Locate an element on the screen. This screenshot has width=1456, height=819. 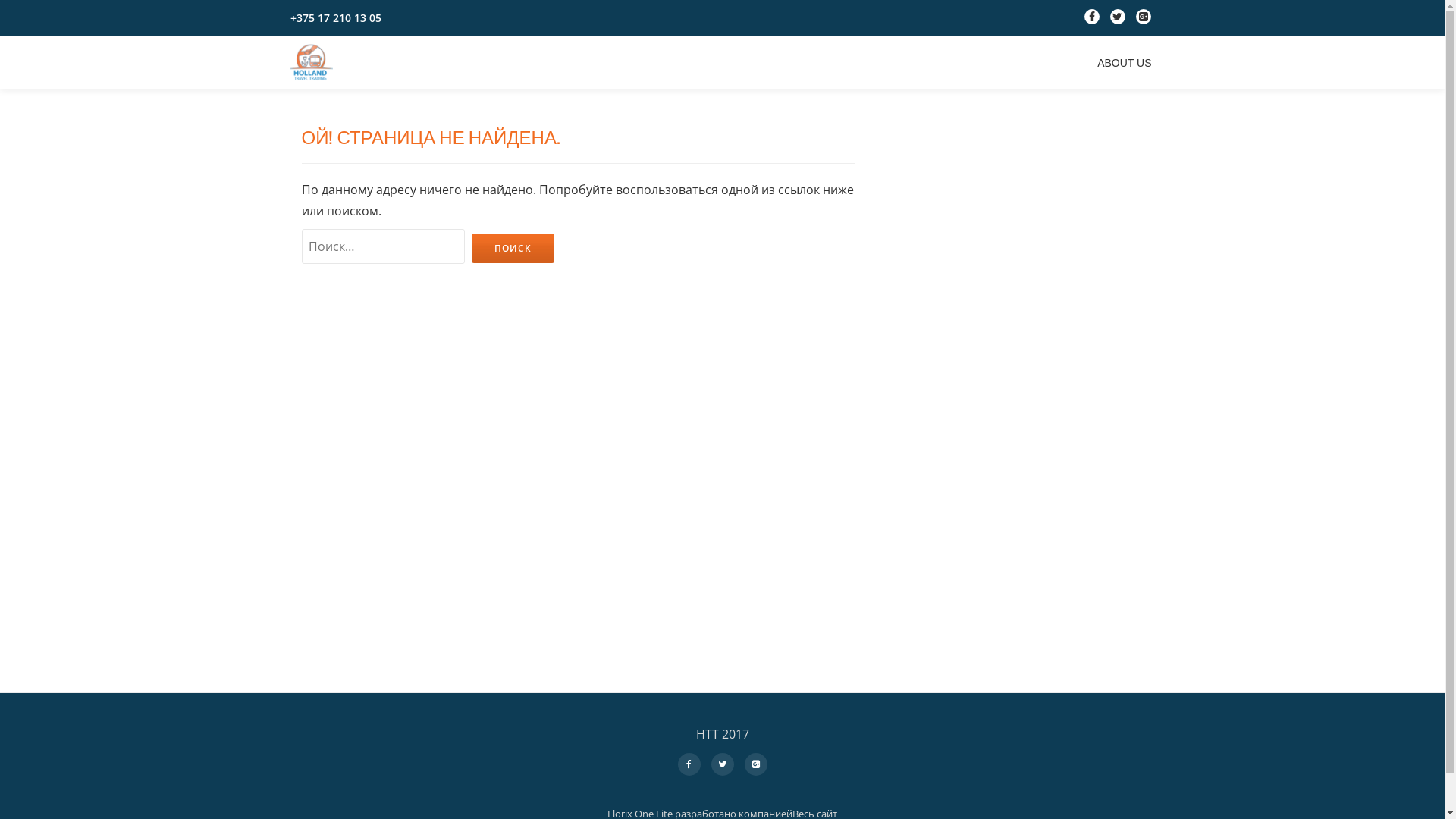
'Holland Travel Trading' is located at coordinates (290, 62).